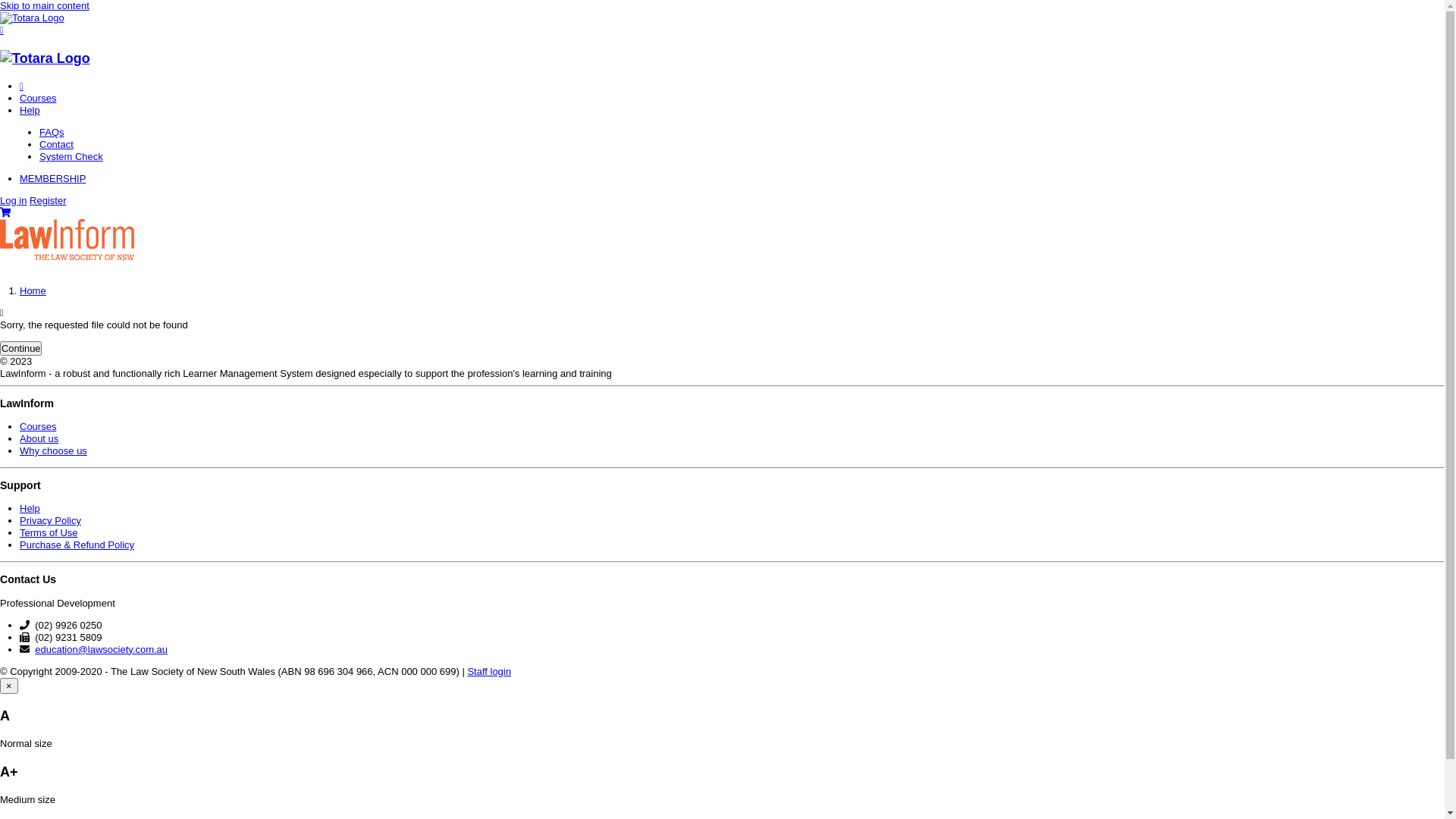 The image size is (1456, 819). What do you see at coordinates (37, 426) in the screenshot?
I see `'Courses'` at bounding box center [37, 426].